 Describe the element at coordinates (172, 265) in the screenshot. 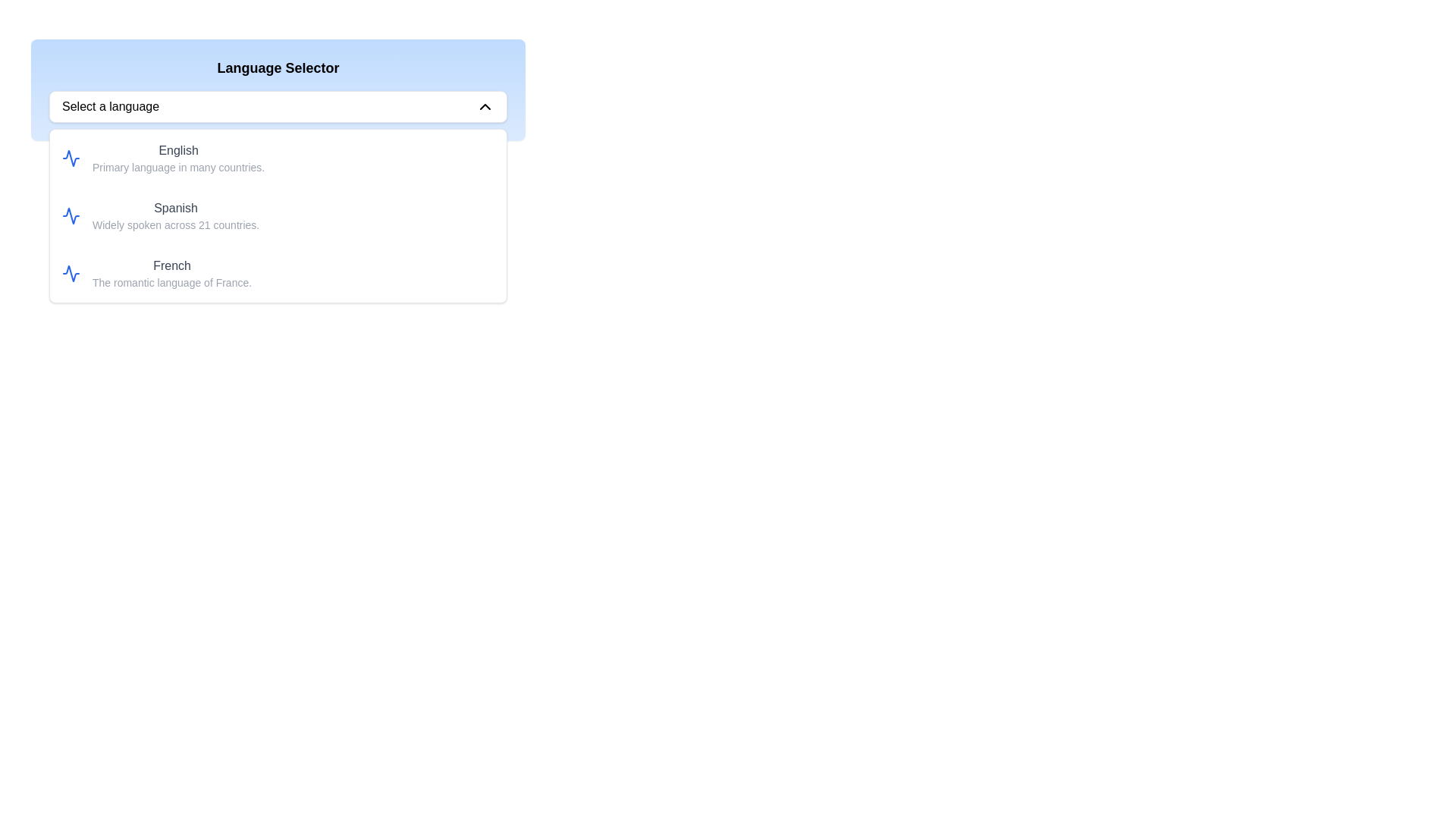

I see `the static text element displaying 'French', which is the third language option in the list, positioned between 'Spanish' and the end of the dropdown menu under the 'Language Selector' header` at that location.